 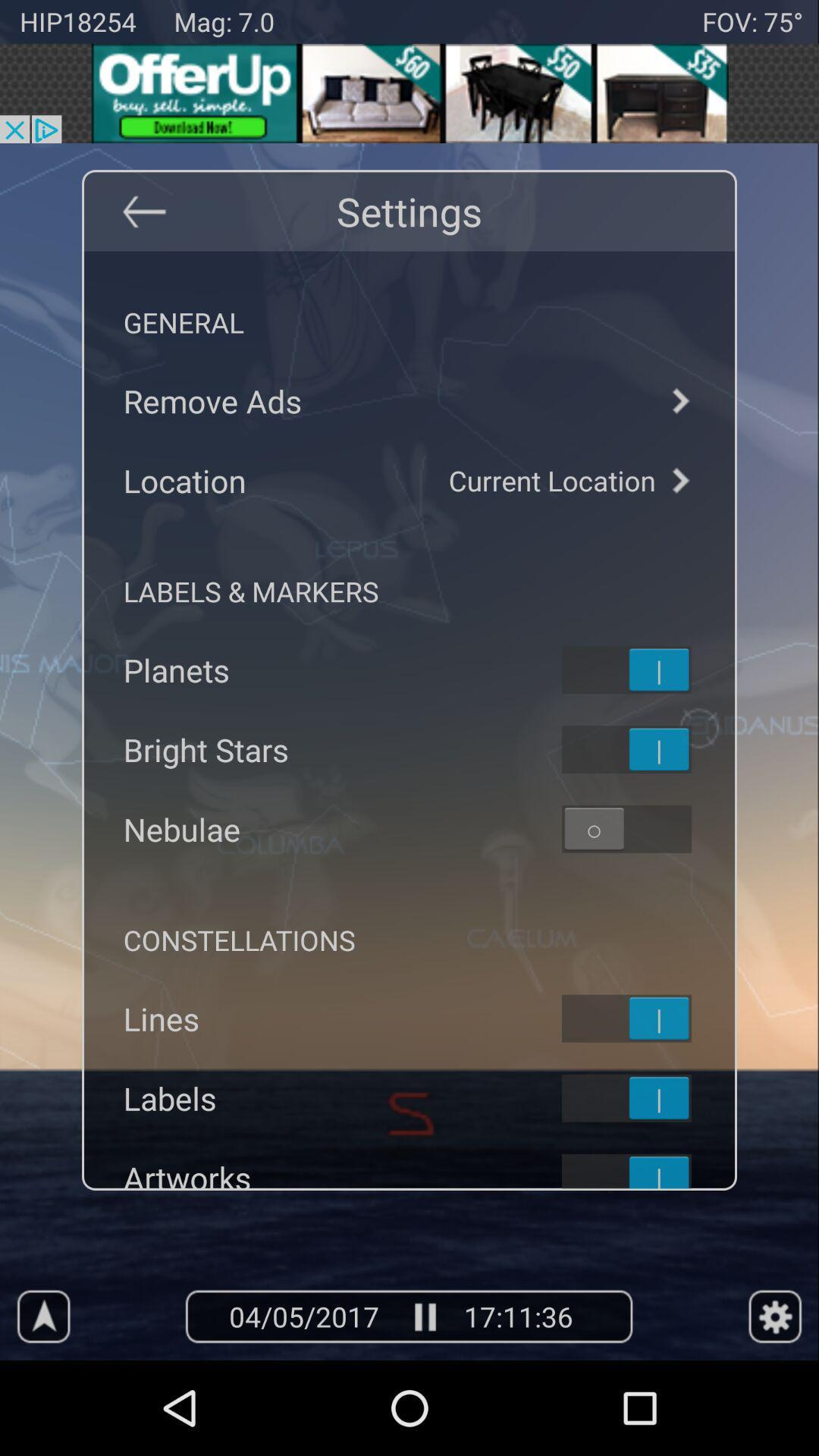 I want to click on on-of, so click(x=646, y=669).